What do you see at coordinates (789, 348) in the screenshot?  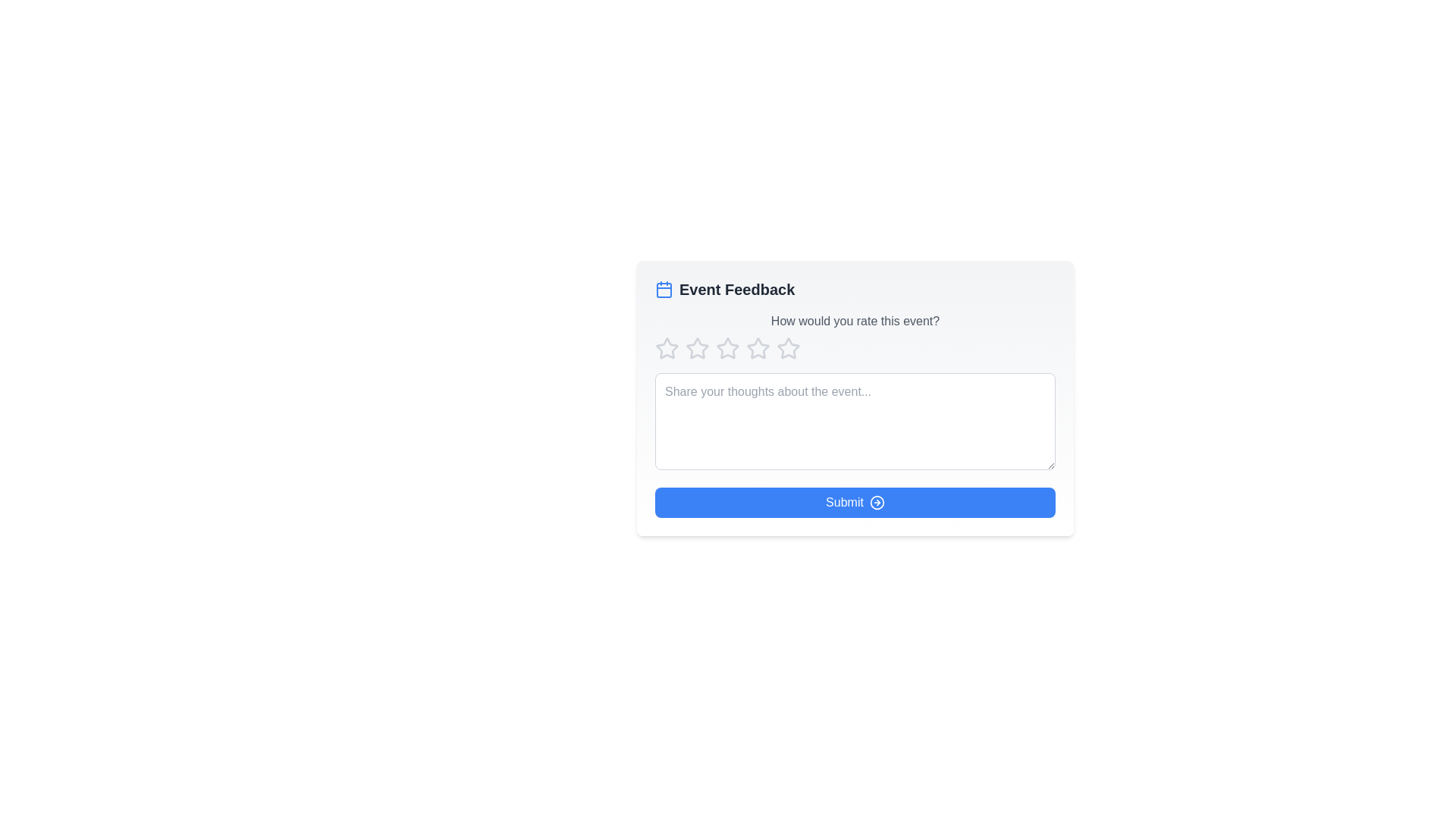 I see `the fourth star icon representing a 4-star rating in the multi-star rating system below the 'How would you rate this event?' label` at bounding box center [789, 348].